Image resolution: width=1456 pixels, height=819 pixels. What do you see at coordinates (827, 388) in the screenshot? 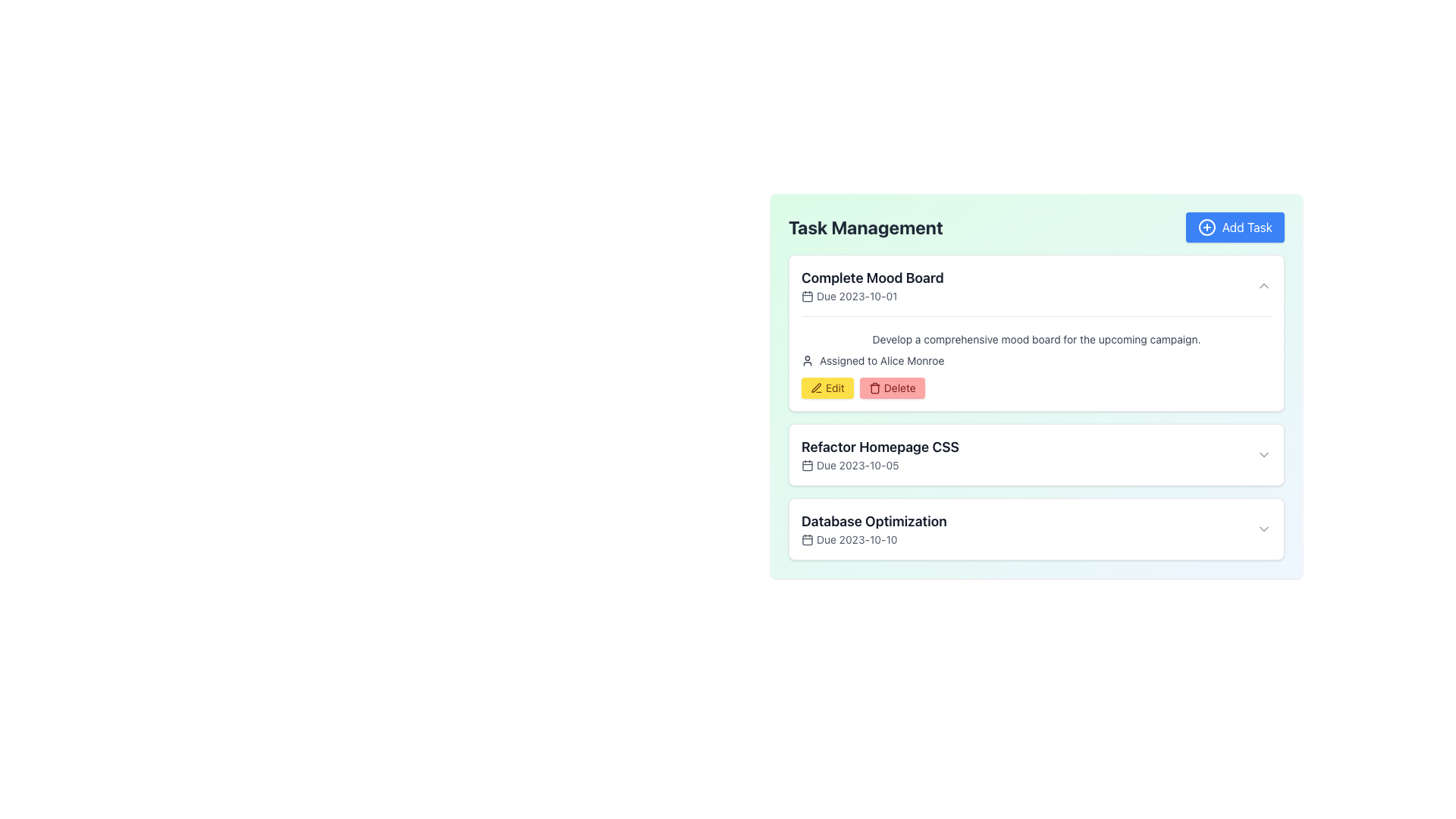
I see `the yellow 'Edit' button with a pen icon located at the bottom of the 'Complete Mood Board' task card` at bounding box center [827, 388].